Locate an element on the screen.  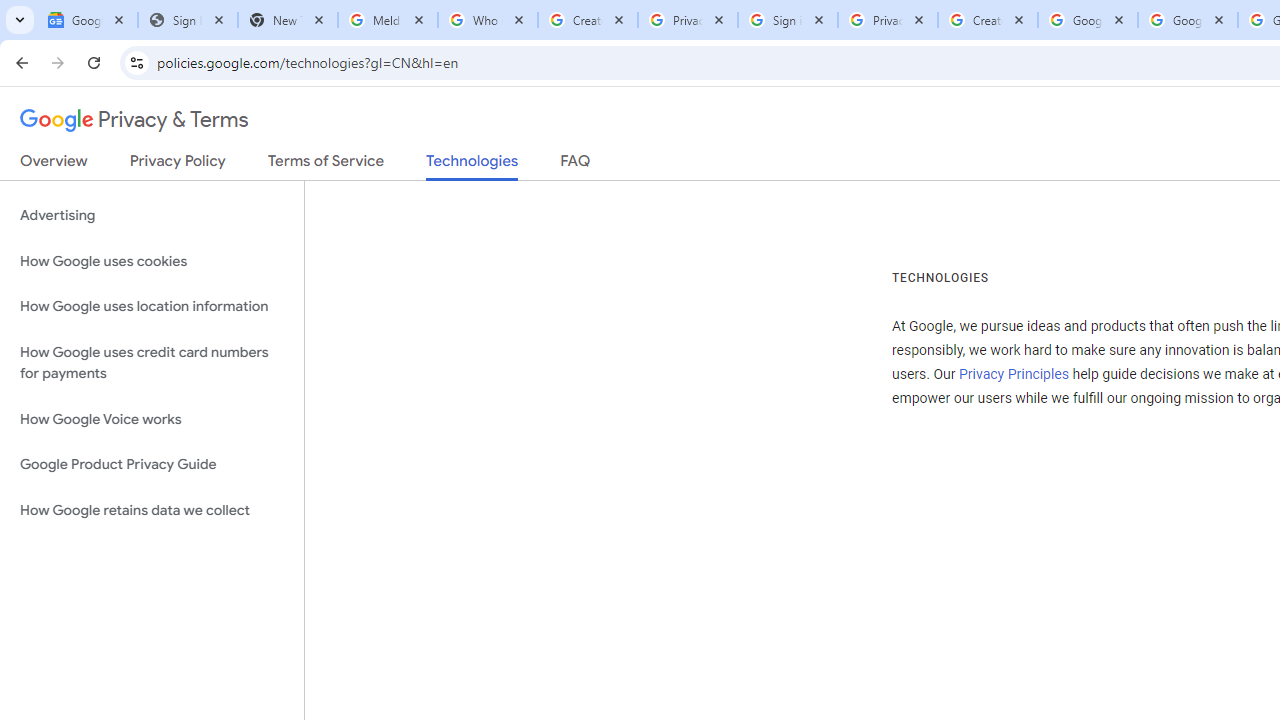
'Sign In - USA TODAY' is located at coordinates (188, 20).